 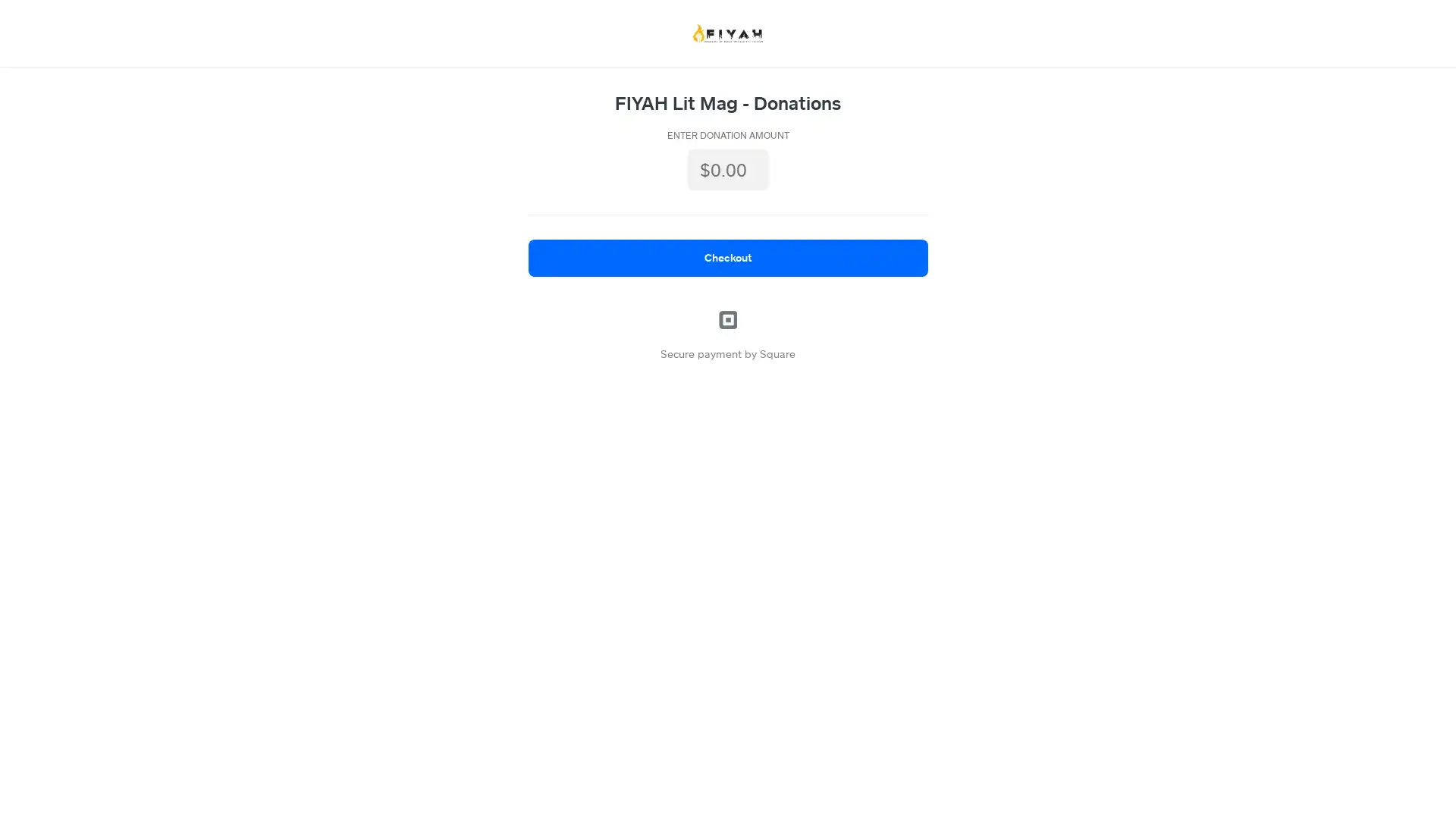 What do you see at coordinates (726, 256) in the screenshot?
I see `Checkout` at bounding box center [726, 256].